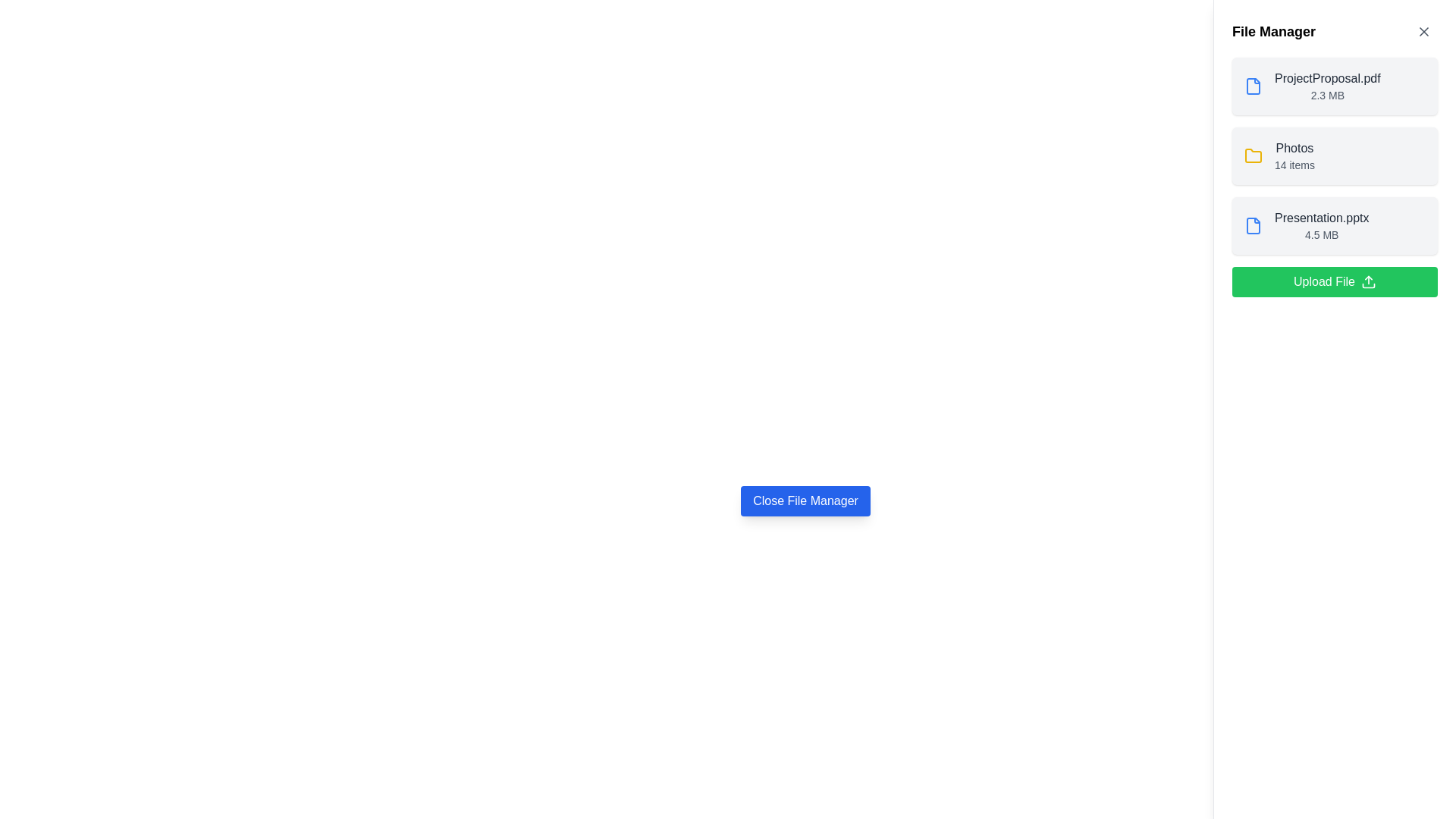  What do you see at coordinates (1423, 32) in the screenshot?
I see `the small circular button with an 'X' icon located in the top-right corner of the header section of the file manager panel for keyboard interaction` at bounding box center [1423, 32].